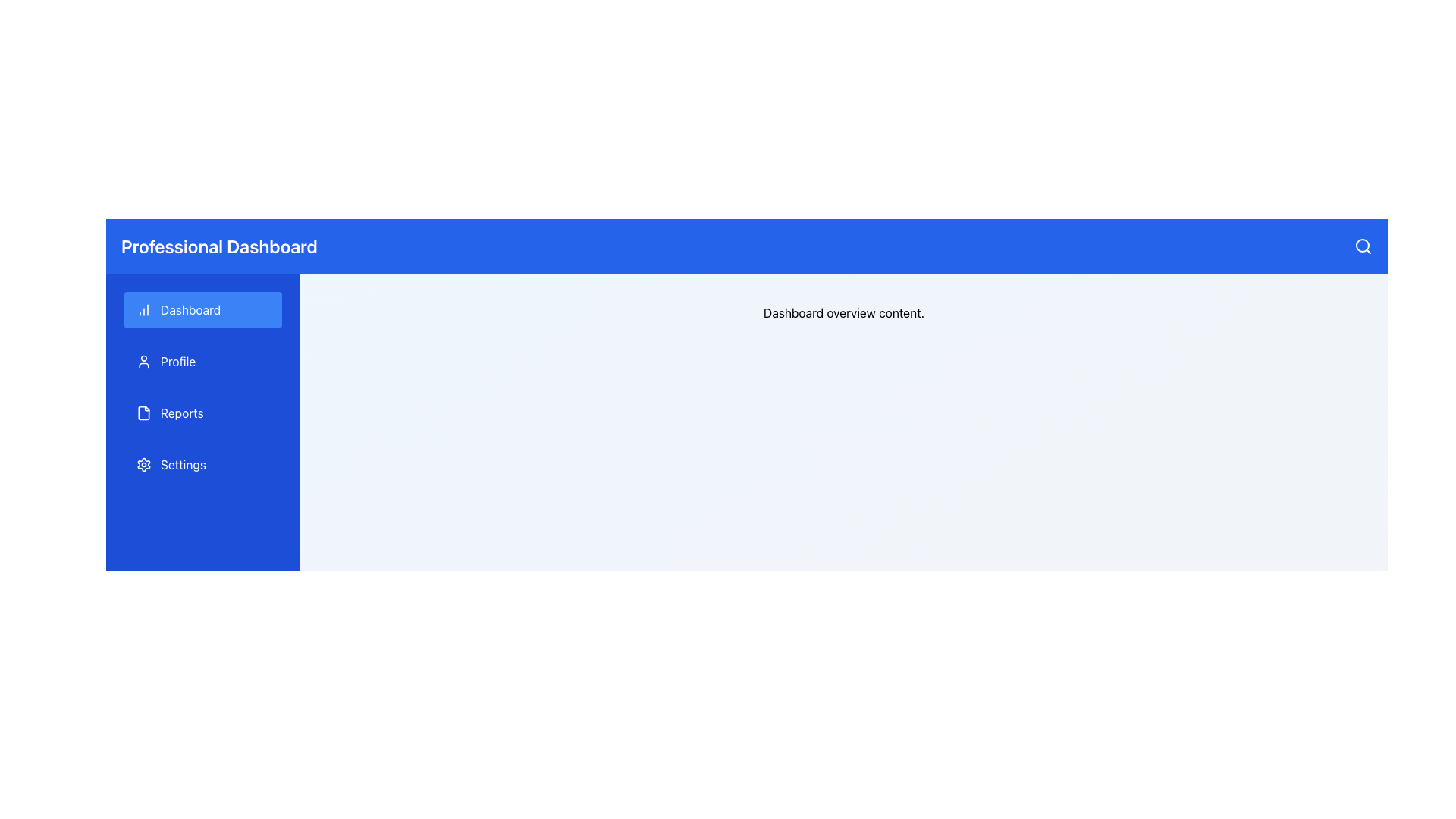 This screenshot has width=1456, height=819. I want to click on the bar chart icon located in the highlighted blue box to the left of the 'Dashboard' text in the sidebar, so click(144, 309).